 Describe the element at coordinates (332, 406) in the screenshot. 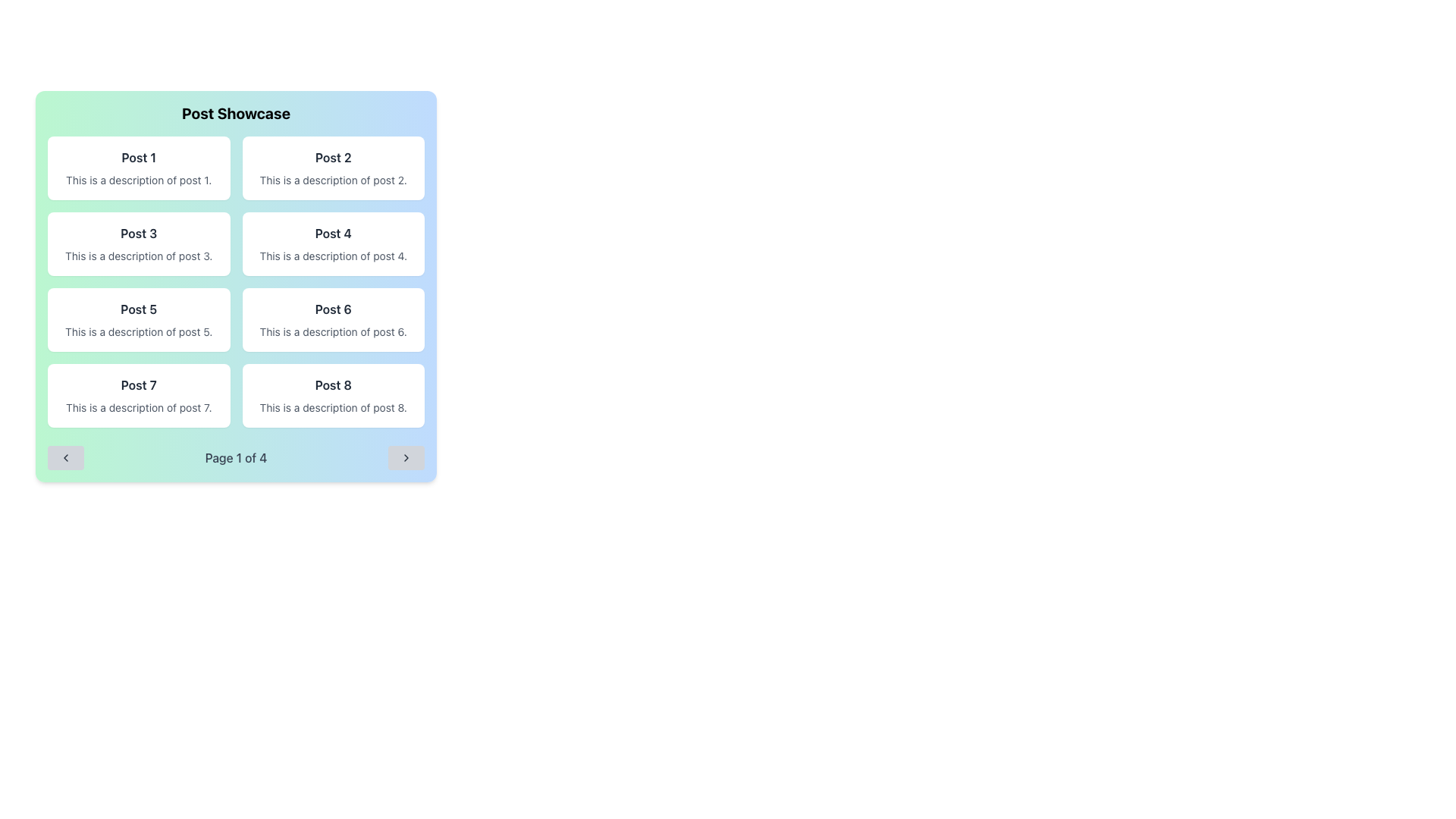

I see `the static text element that contains the description 'This is a description of post 8.' which is styled in gray and located below the title 'Post 8' within a white card in the bottom-right corner of the grid layout` at that location.